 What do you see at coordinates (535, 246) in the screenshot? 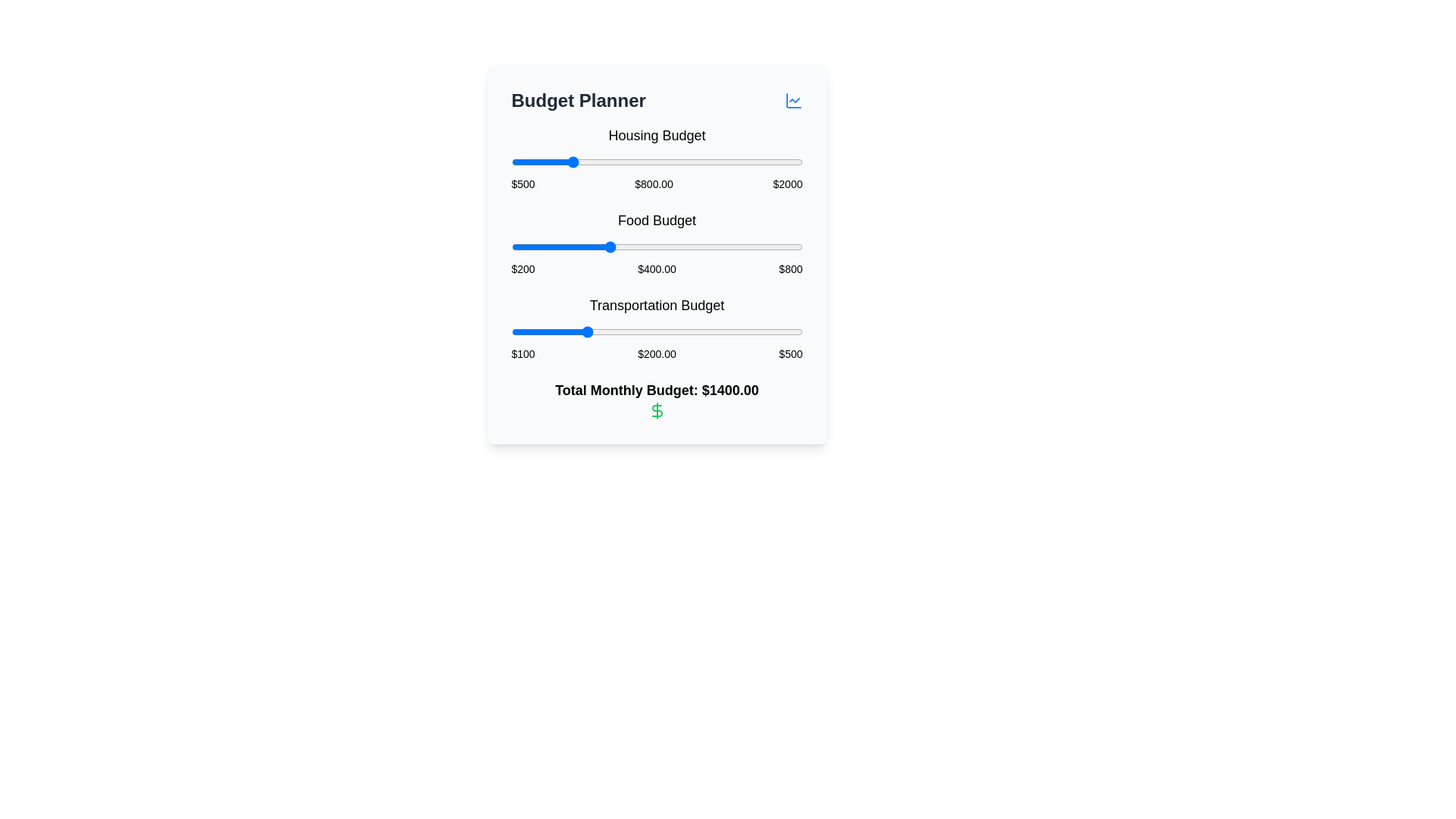
I see `the Food Budget slider value` at bounding box center [535, 246].